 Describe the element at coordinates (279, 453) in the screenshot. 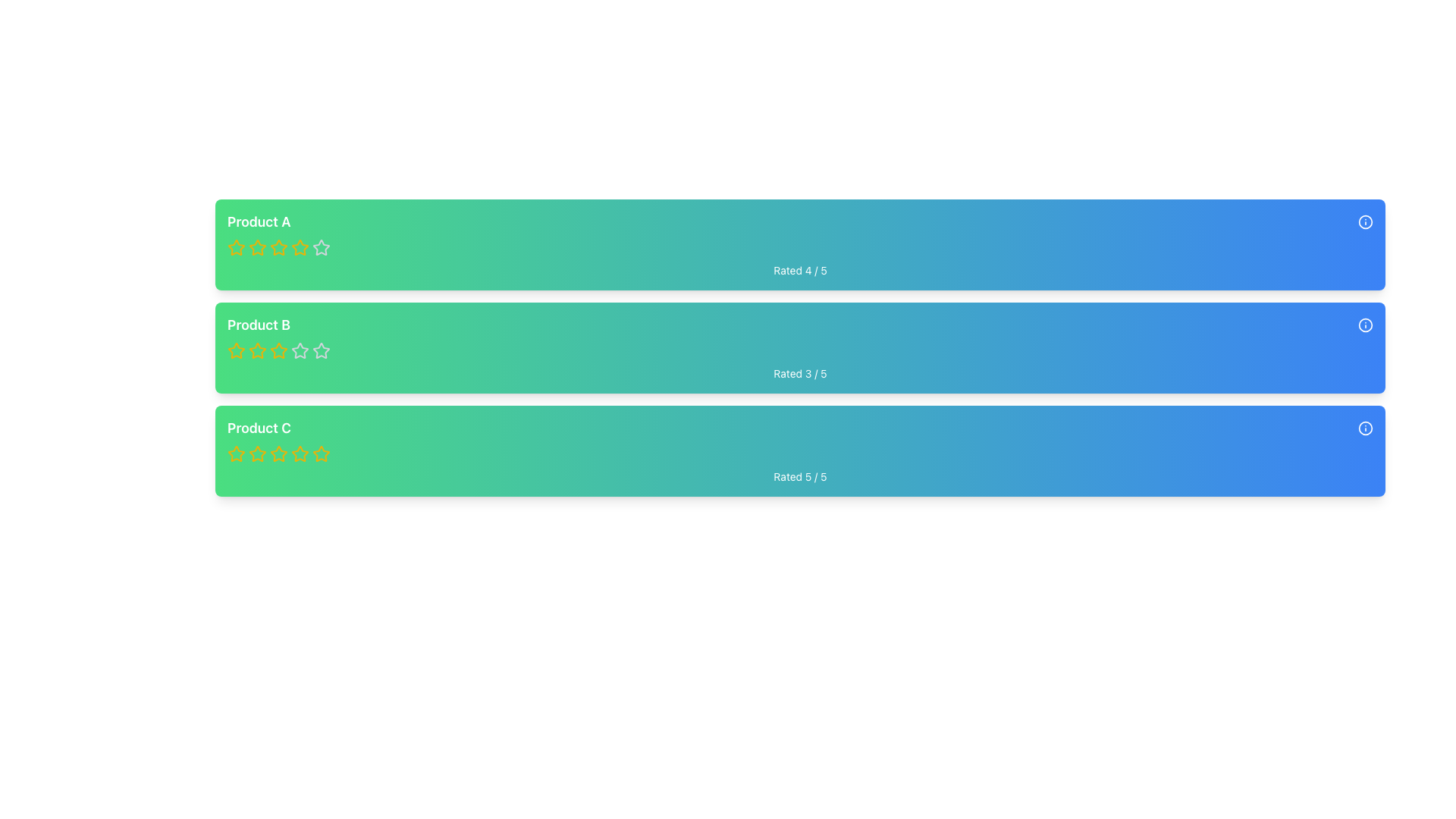

I see `the third yellow star-shaped rating icon on the green background in the 'Product C' row to rate it` at that location.